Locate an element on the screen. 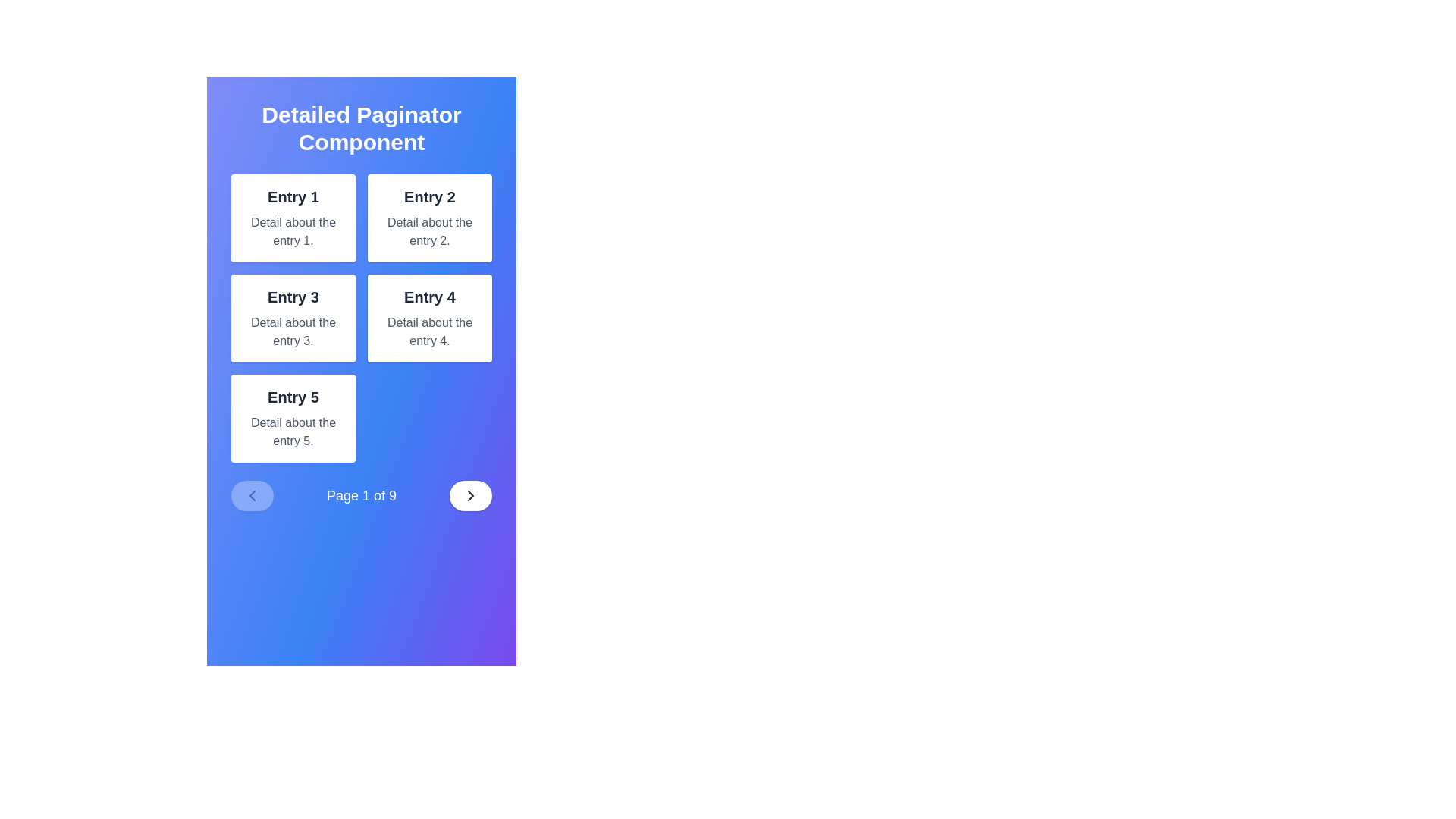 The image size is (1456, 819). the text label displaying 'Entry 1', which is the title of the first card in the grid layout, styled in bold and dark gray color is located at coordinates (293, 196).